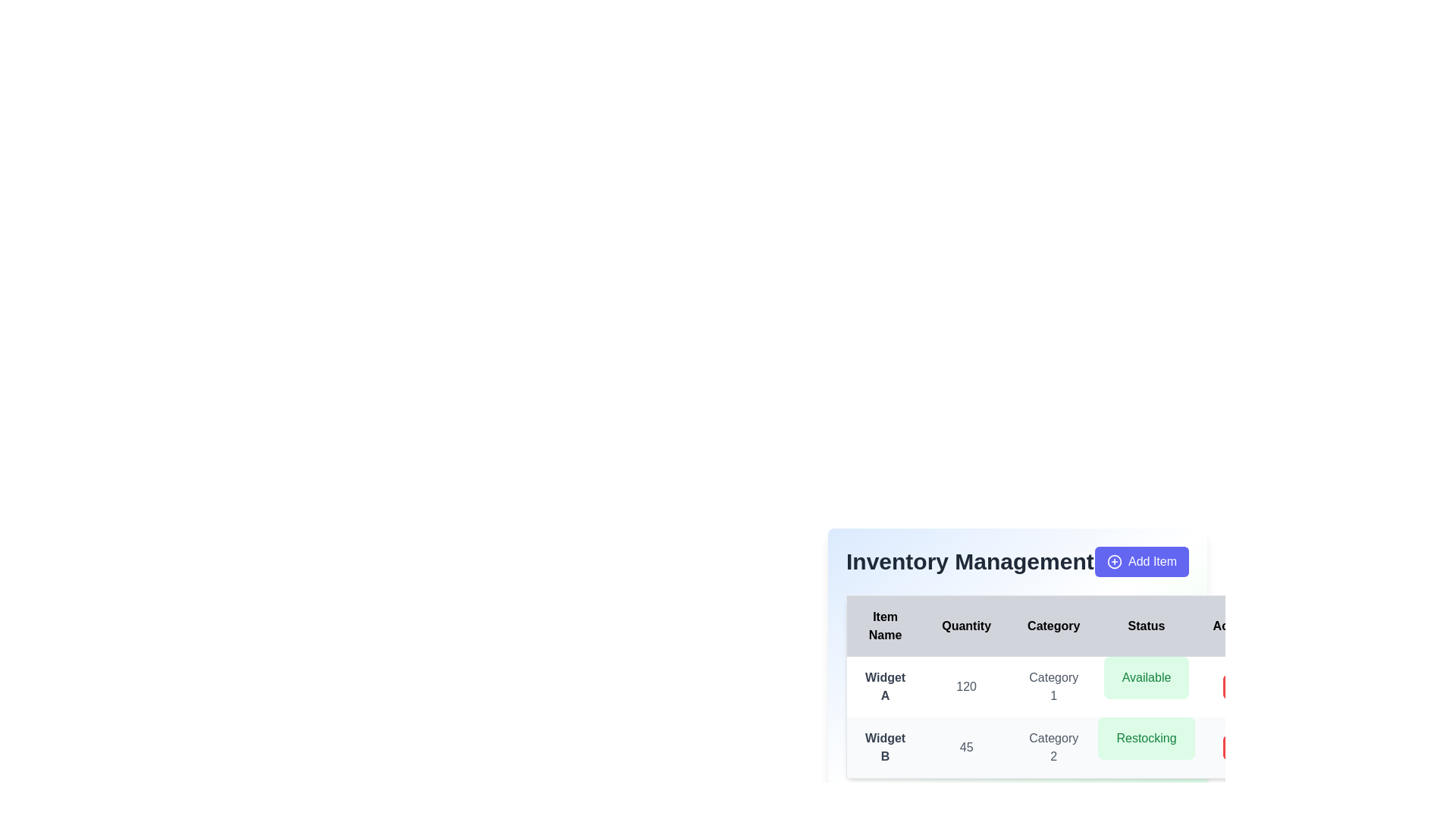  What do you see at coordinates (1114, 561) in the screenshot?
I see `the circular icon with a plus symbol inside it, located to the left of the 'Add Item' text in the button at the top right of the interface` at bounding box center [1114, 561].